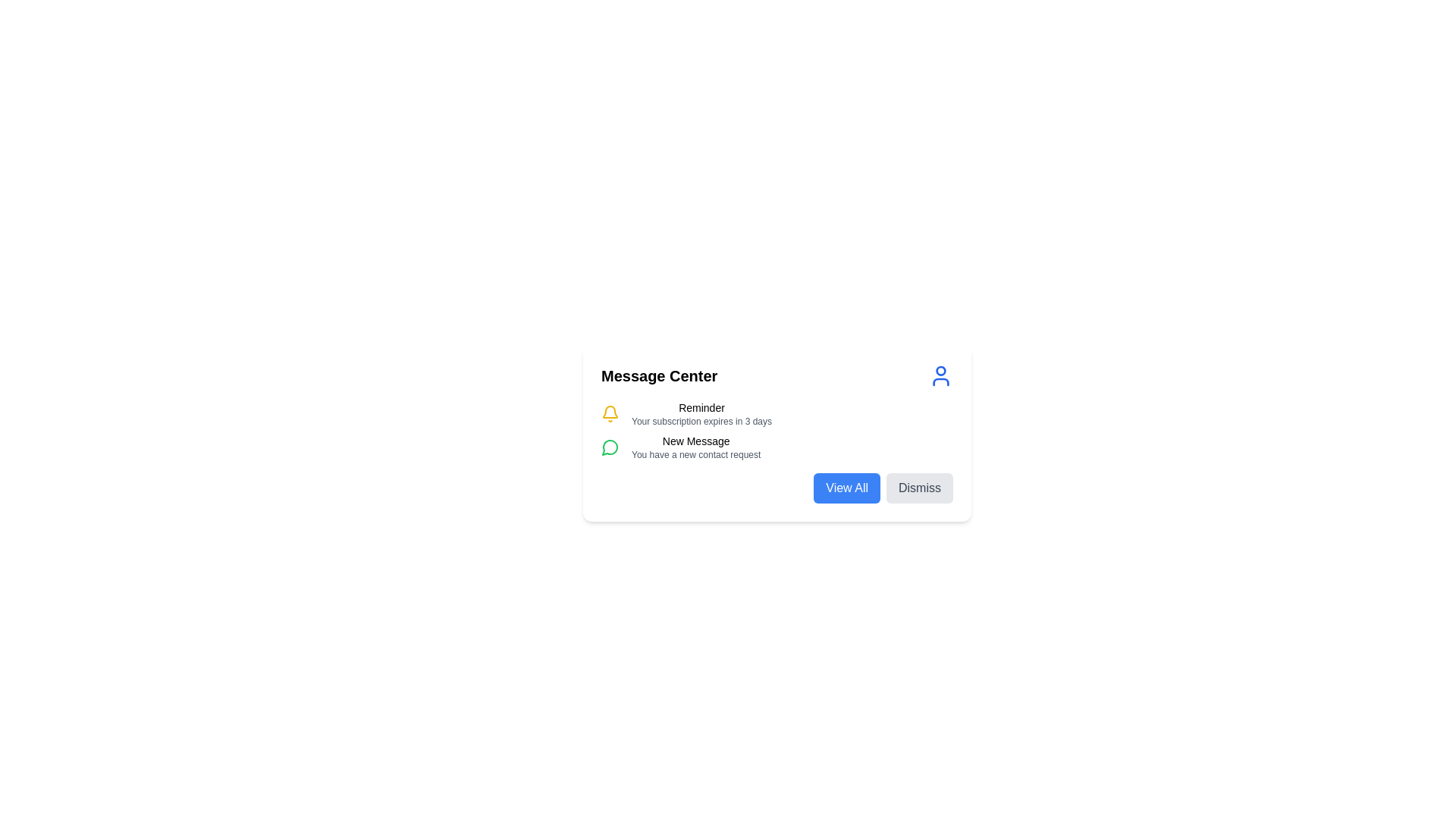 The image size is (1456, 819). I want to click on the circular speech bubble icon with a filled green border located to the left of the 'Message Center' text in the notification section, so click(610, 447).